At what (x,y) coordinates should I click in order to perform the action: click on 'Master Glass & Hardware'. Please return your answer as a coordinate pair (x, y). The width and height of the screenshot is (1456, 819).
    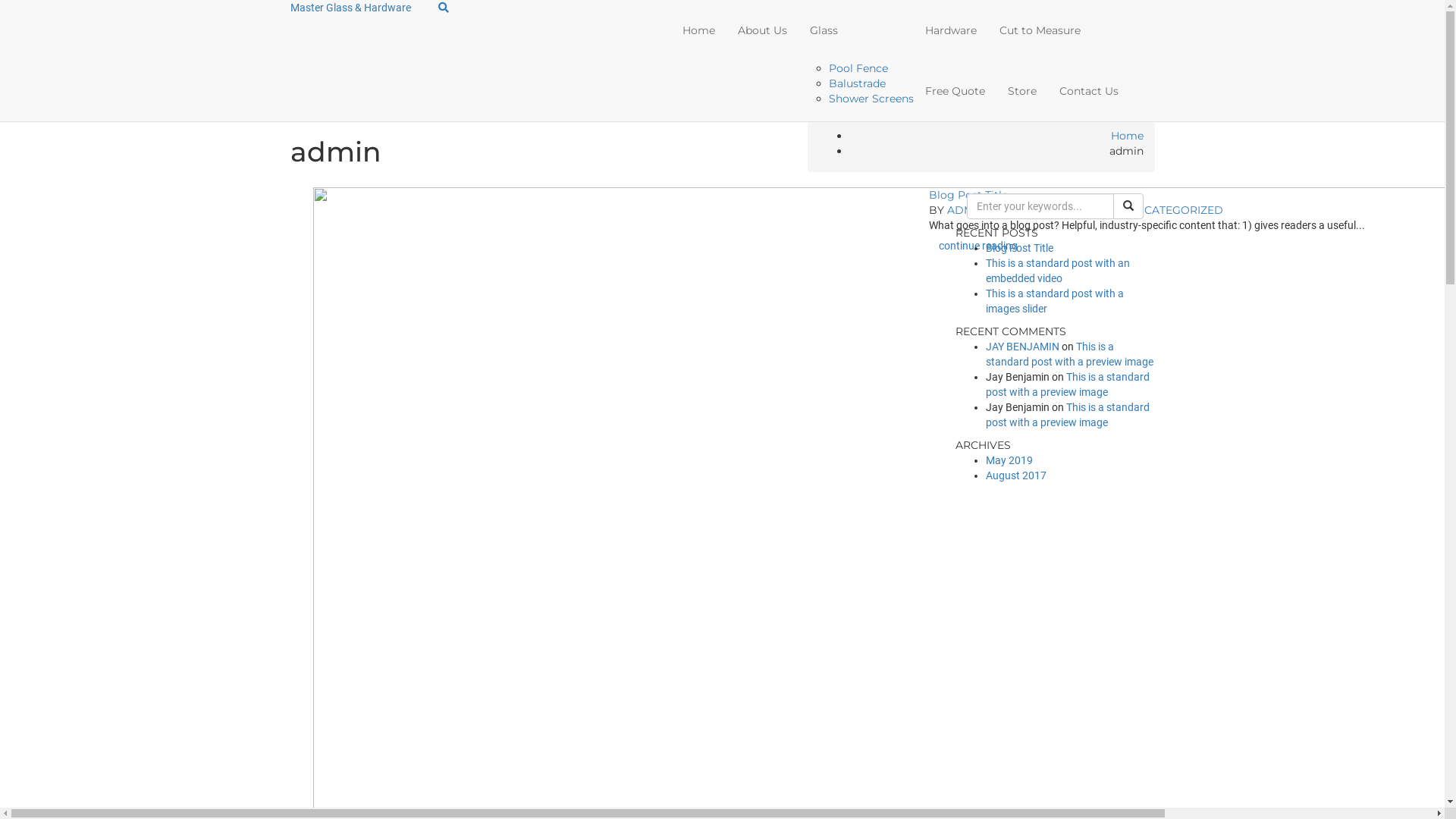
    Looking at the image, I should click on (349, 8).